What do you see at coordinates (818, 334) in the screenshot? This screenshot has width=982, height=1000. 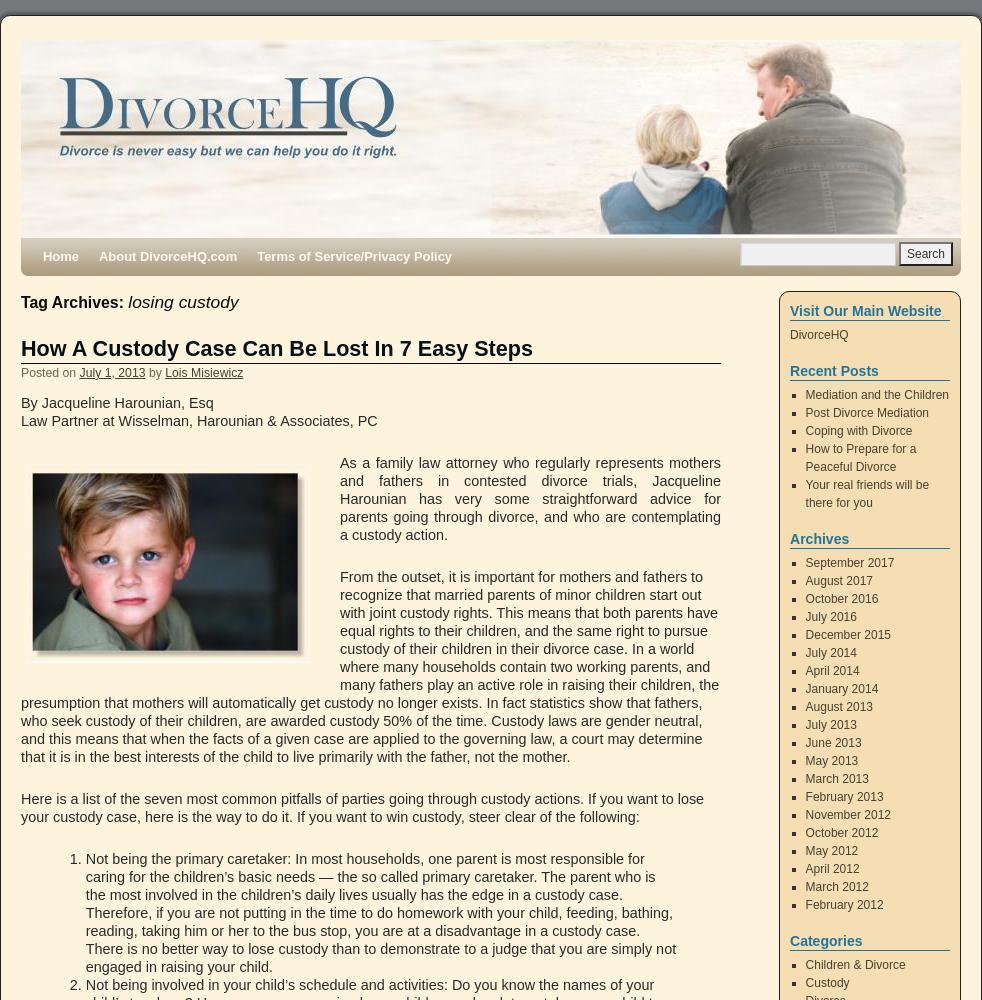 I see `'DivorceHQ'` at bounding box center [818, 334].